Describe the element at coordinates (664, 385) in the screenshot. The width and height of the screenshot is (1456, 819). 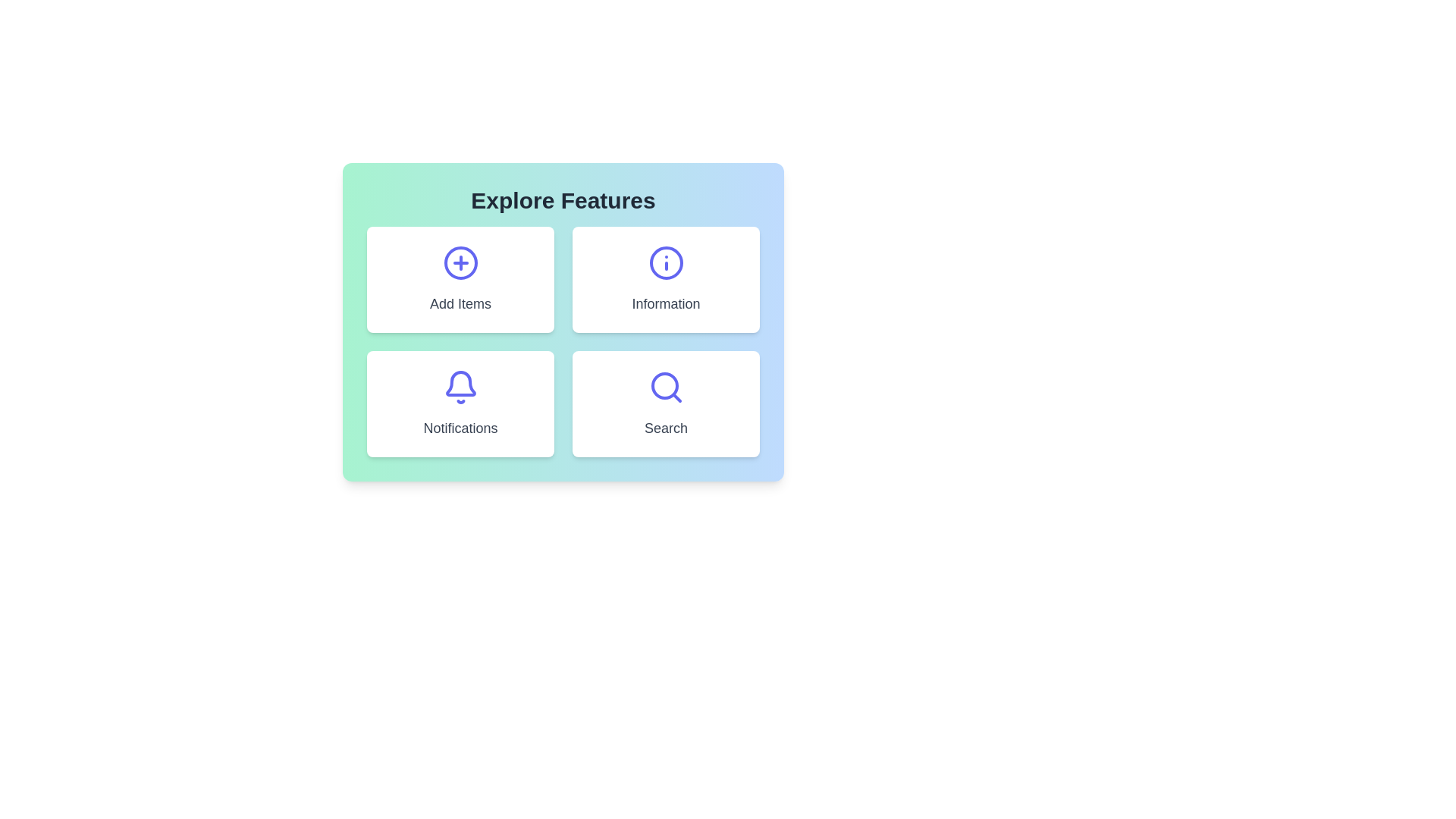
I see `the circular component centered within the Search icon, which is part of a four-option grid layout` at that location.